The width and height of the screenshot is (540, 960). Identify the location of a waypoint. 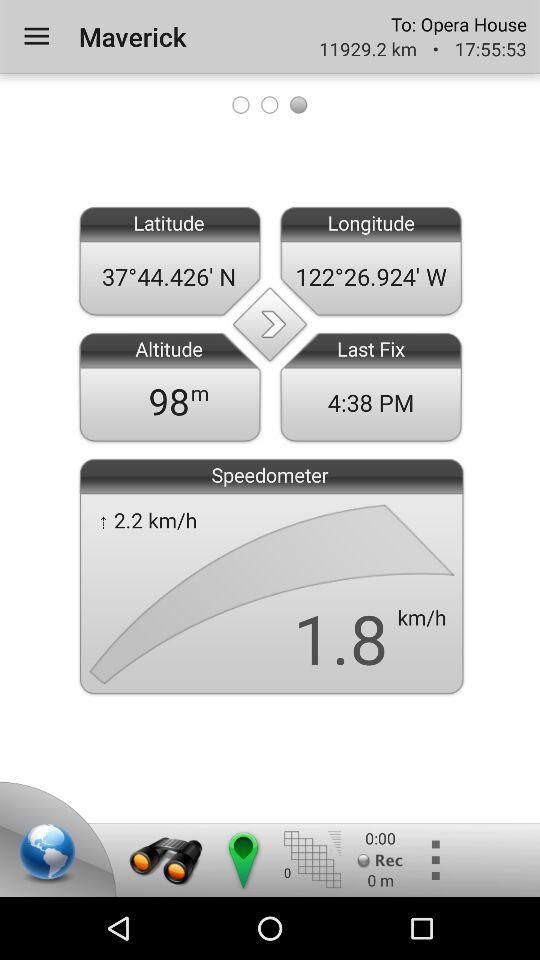
(242, 859).